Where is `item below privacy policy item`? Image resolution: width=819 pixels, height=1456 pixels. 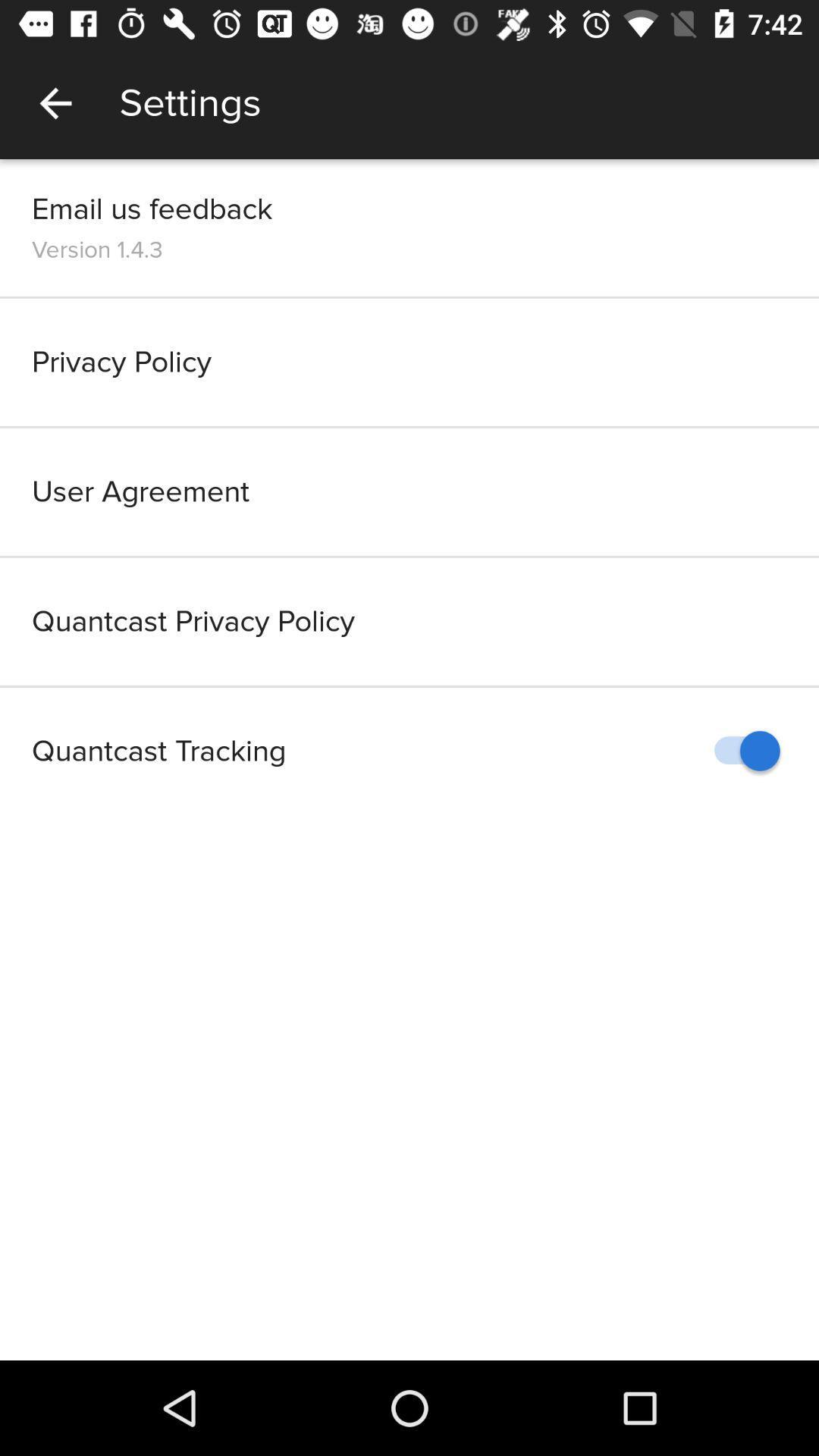
item below privacy policy item is located at coordinates (409, 491).